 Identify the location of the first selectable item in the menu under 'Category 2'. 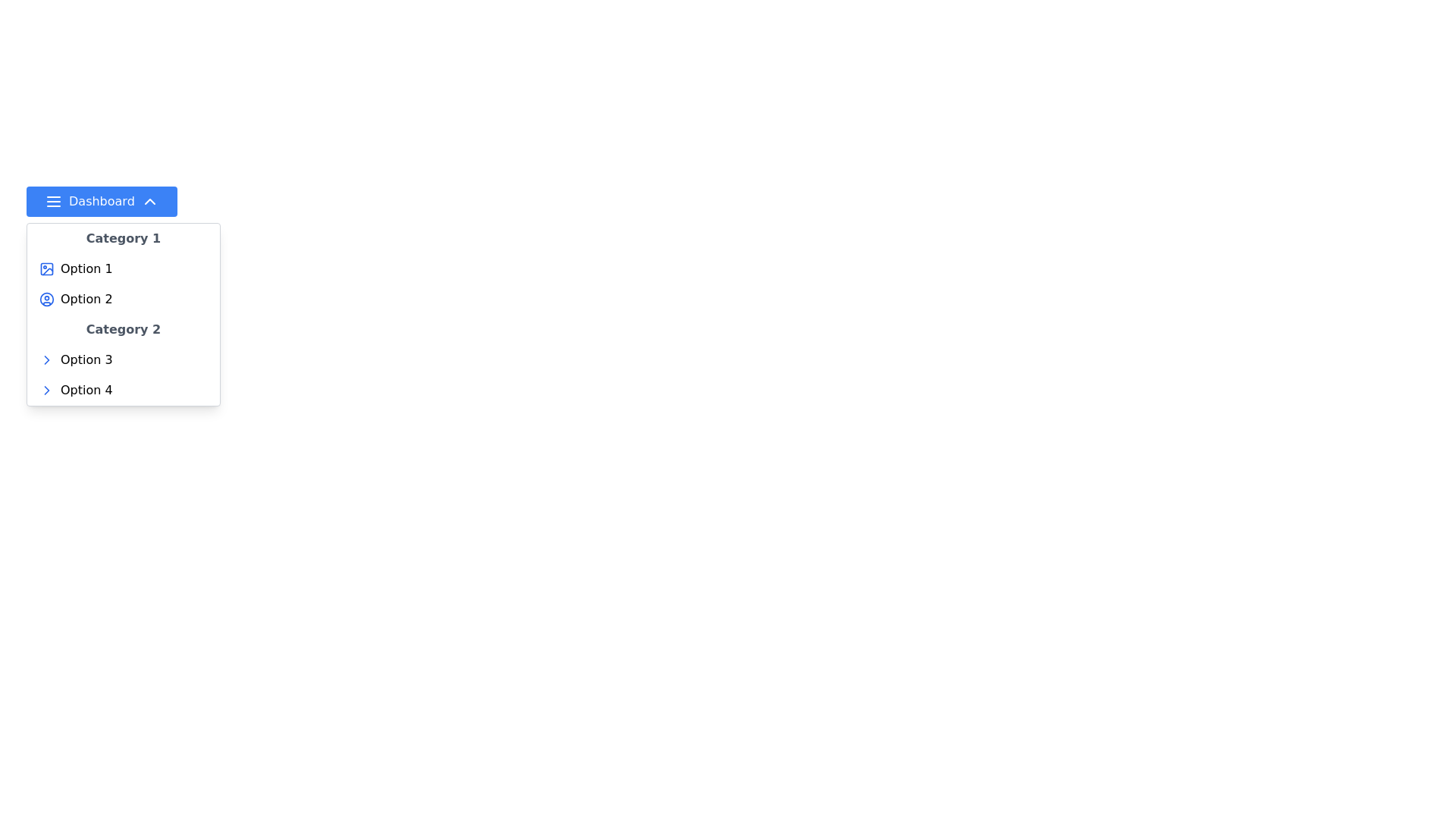
(124, 359).